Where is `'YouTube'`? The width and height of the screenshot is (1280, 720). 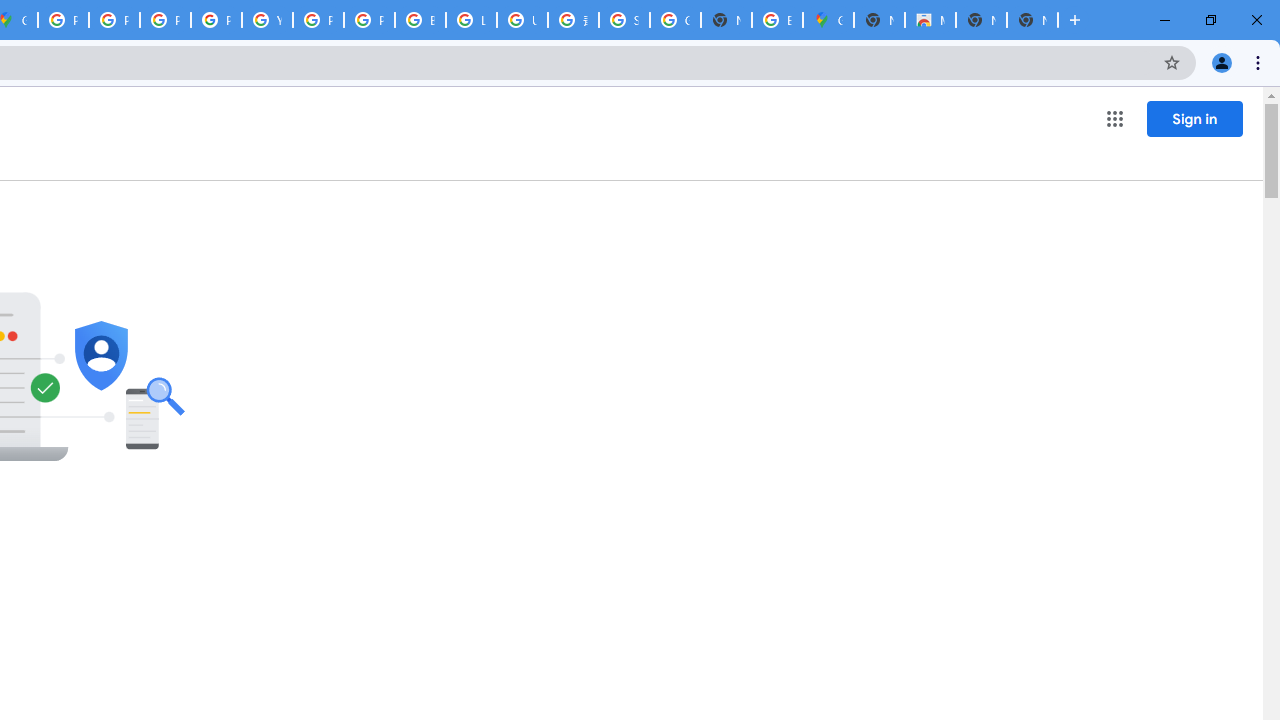 'YouTube' is located at coordinates (266, 20).